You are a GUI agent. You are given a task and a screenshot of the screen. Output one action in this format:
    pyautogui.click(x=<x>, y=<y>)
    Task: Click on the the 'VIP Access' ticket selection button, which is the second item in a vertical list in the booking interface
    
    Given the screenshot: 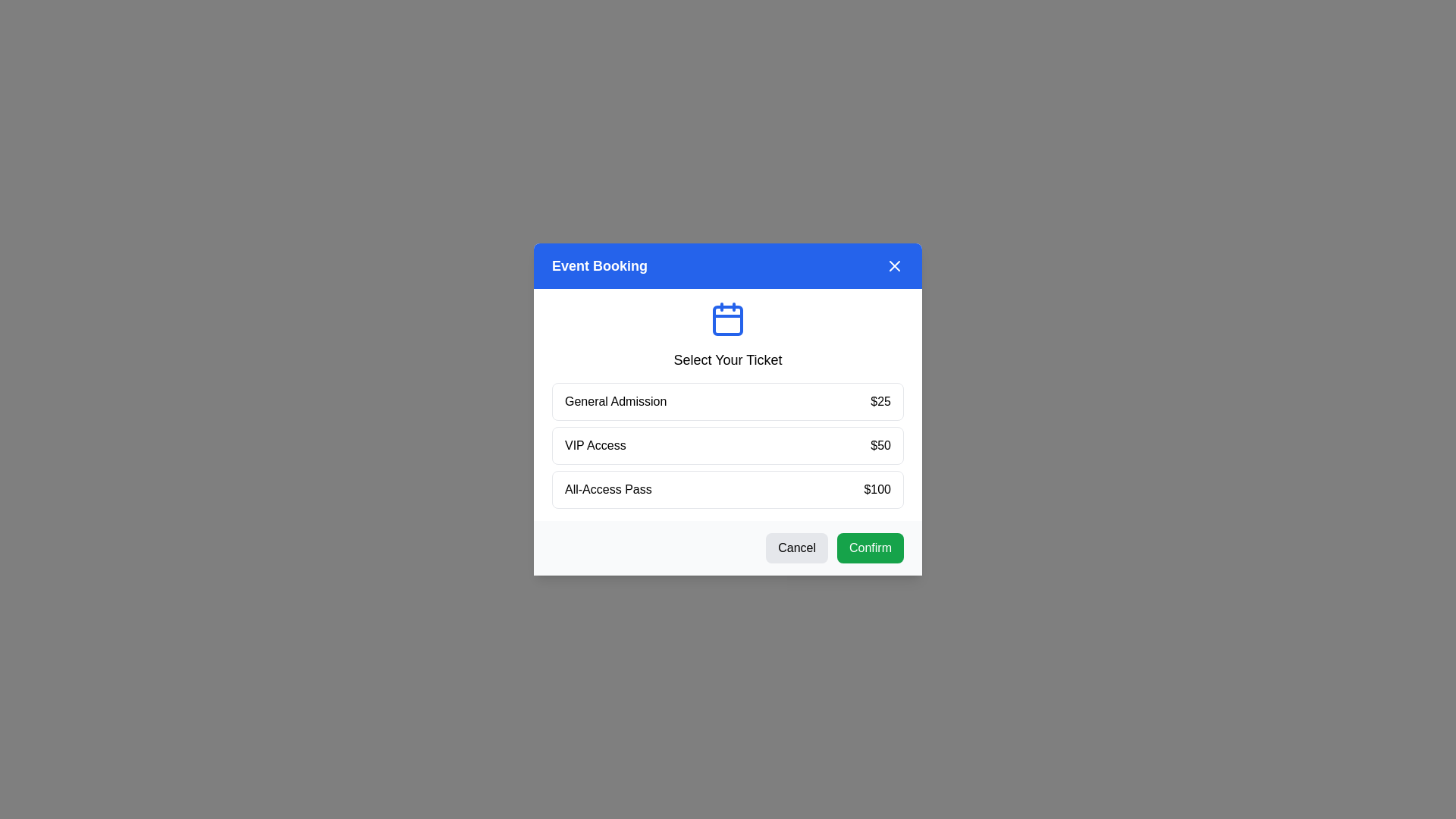 What is the action you would take?
    pyautogui.click(x=728, y=444)
    